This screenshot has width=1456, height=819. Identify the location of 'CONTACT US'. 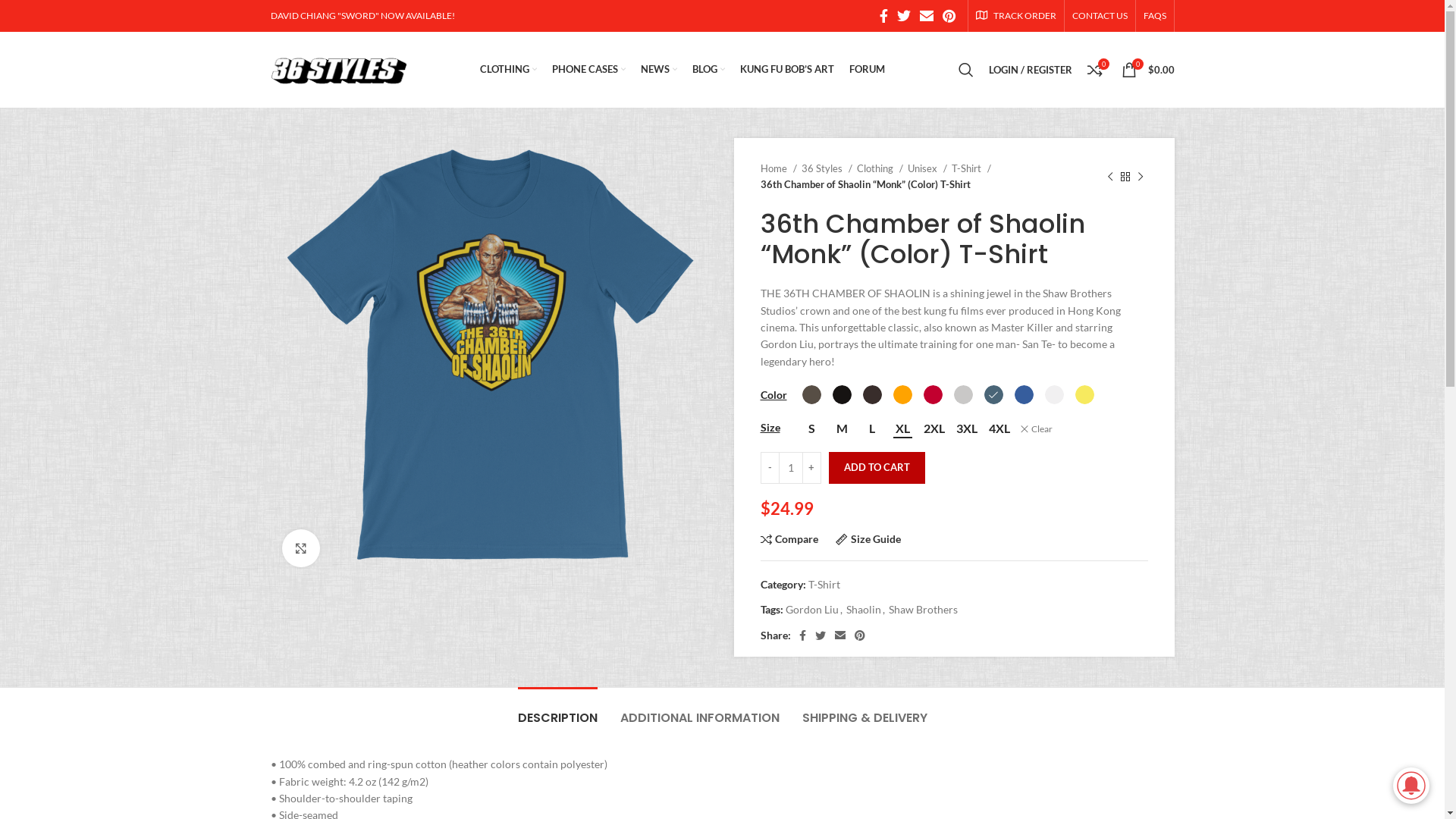
(1100, 15).